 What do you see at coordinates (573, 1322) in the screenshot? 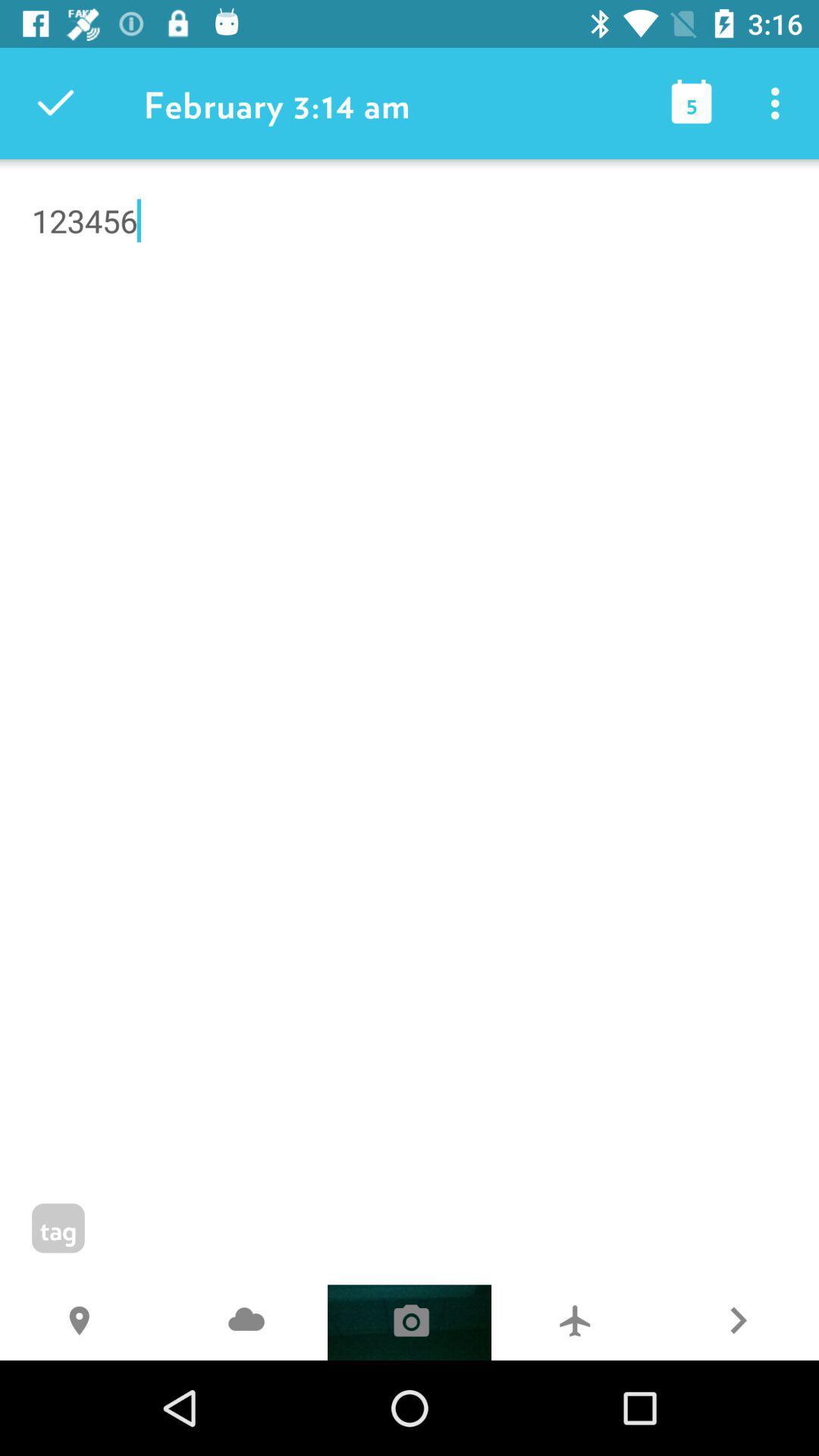
I see `the 7` at bounding box center [573, 1322].